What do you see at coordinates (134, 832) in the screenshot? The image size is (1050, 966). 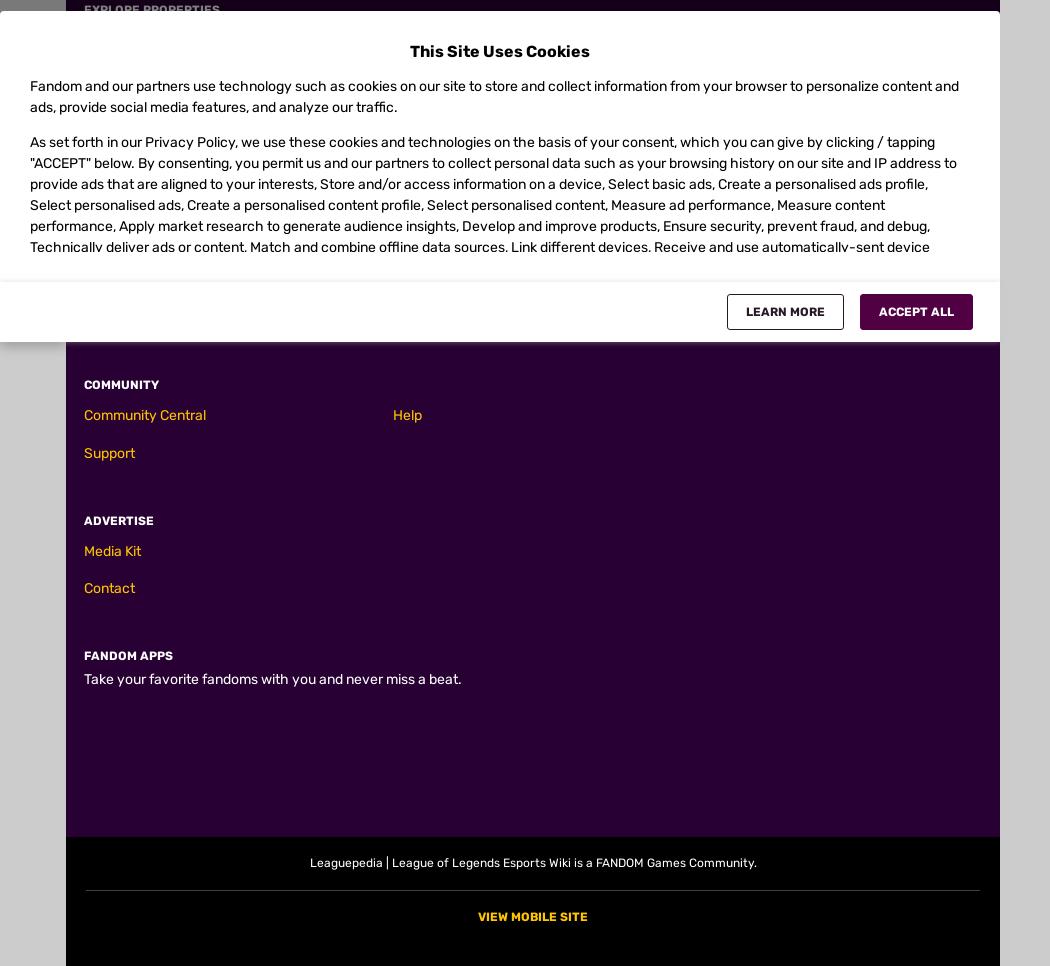 I see `'v6.3'` at bounding box center [134, 832].